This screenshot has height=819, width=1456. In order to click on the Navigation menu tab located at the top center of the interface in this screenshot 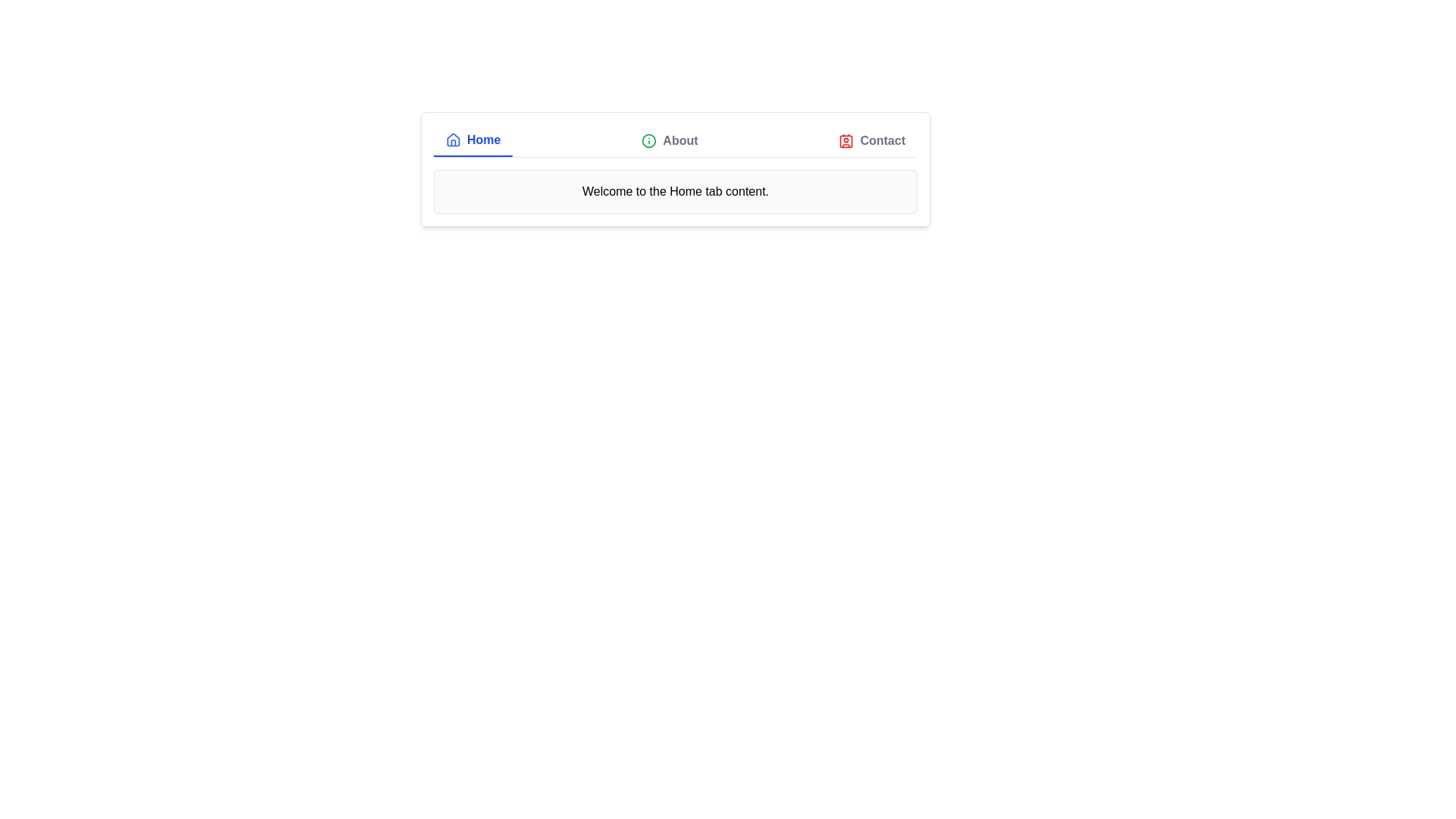, I will do `click(675, 140)`.